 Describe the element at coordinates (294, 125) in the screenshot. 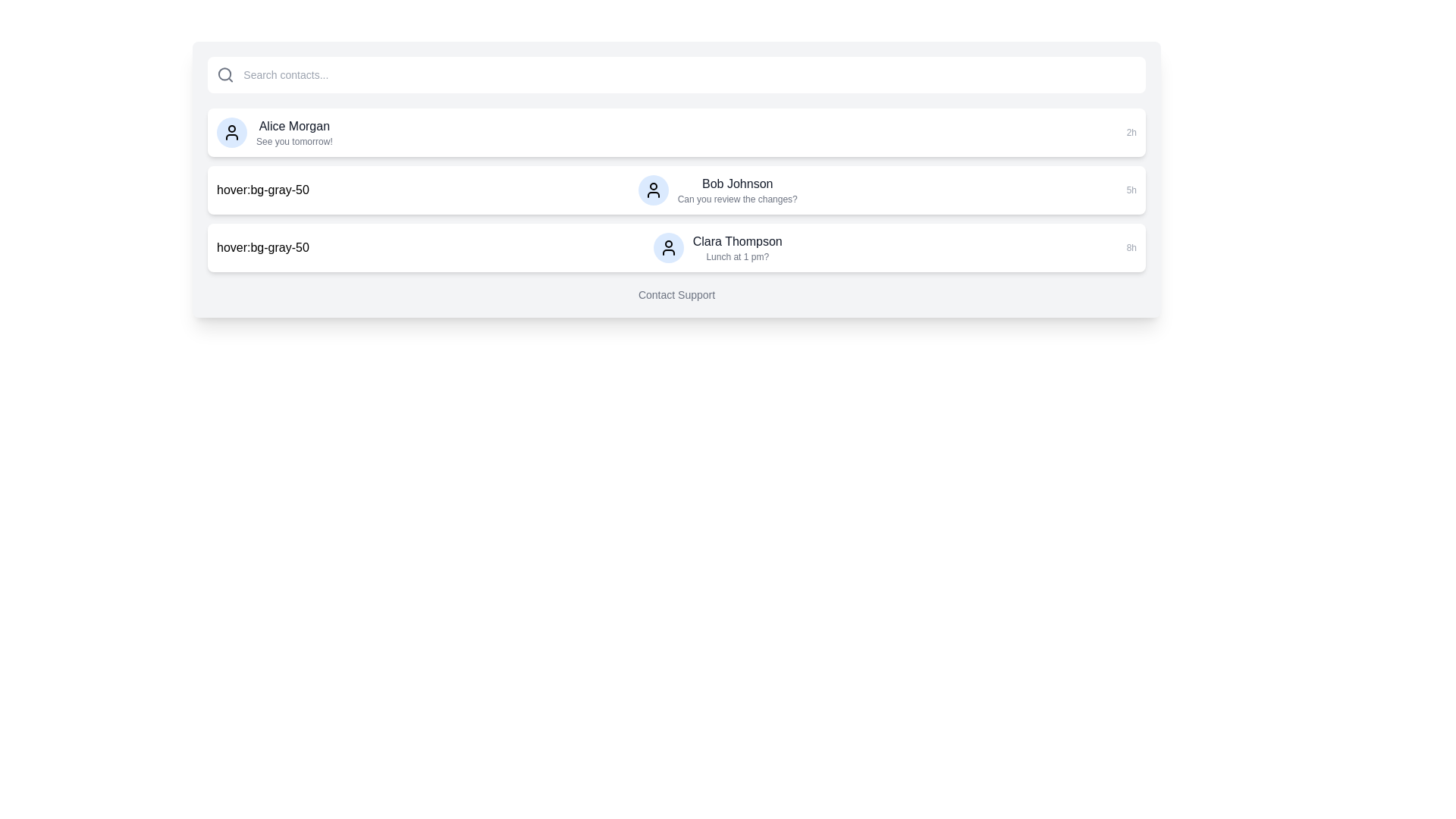

I see `the Text Label that displays the name of a contact, located in the top row of a vertically stacked list, to the right of an avatar icon` at that location.